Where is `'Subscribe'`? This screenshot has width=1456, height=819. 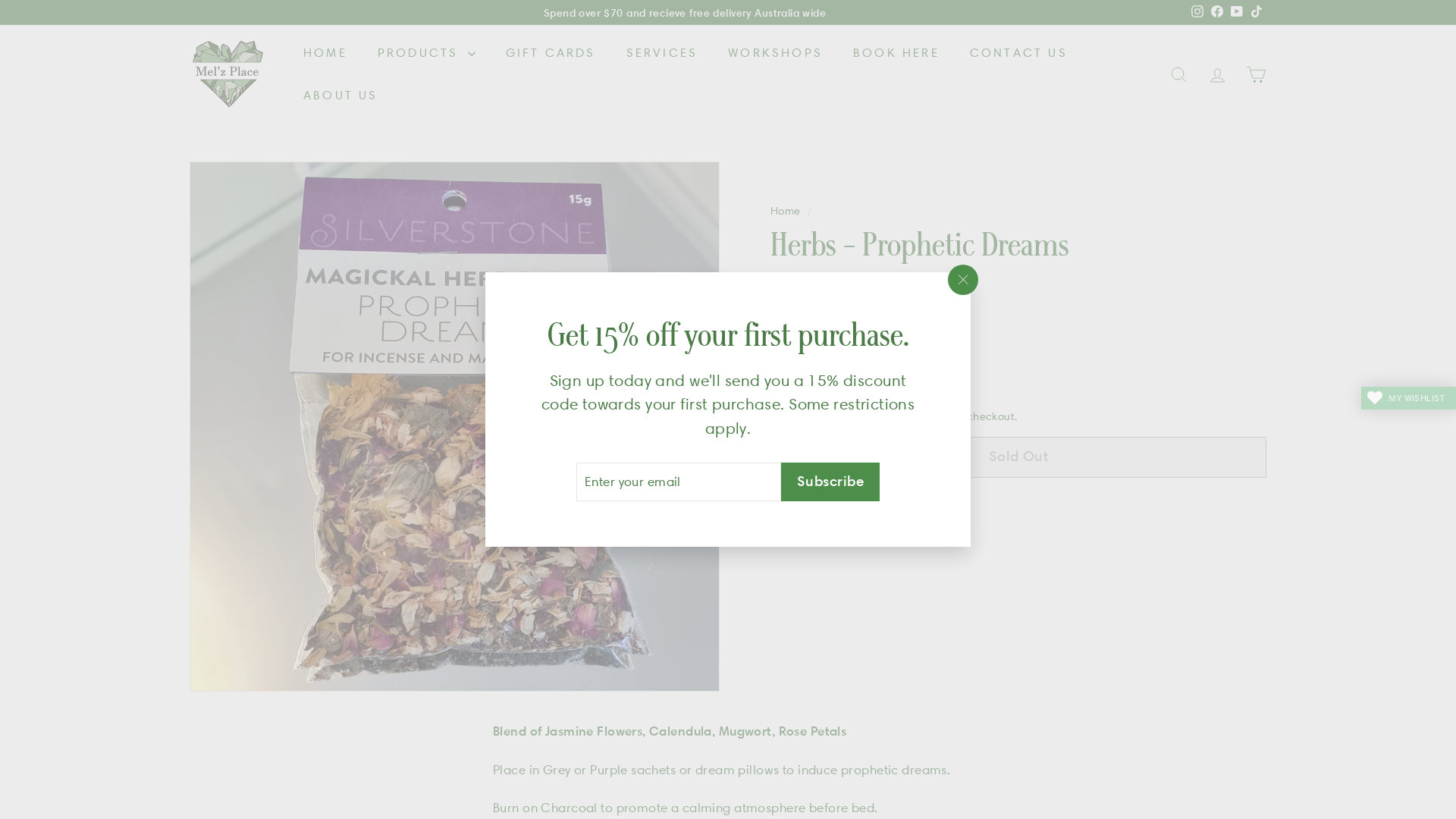
'Subscribe' is located at coordinates (829, 482).